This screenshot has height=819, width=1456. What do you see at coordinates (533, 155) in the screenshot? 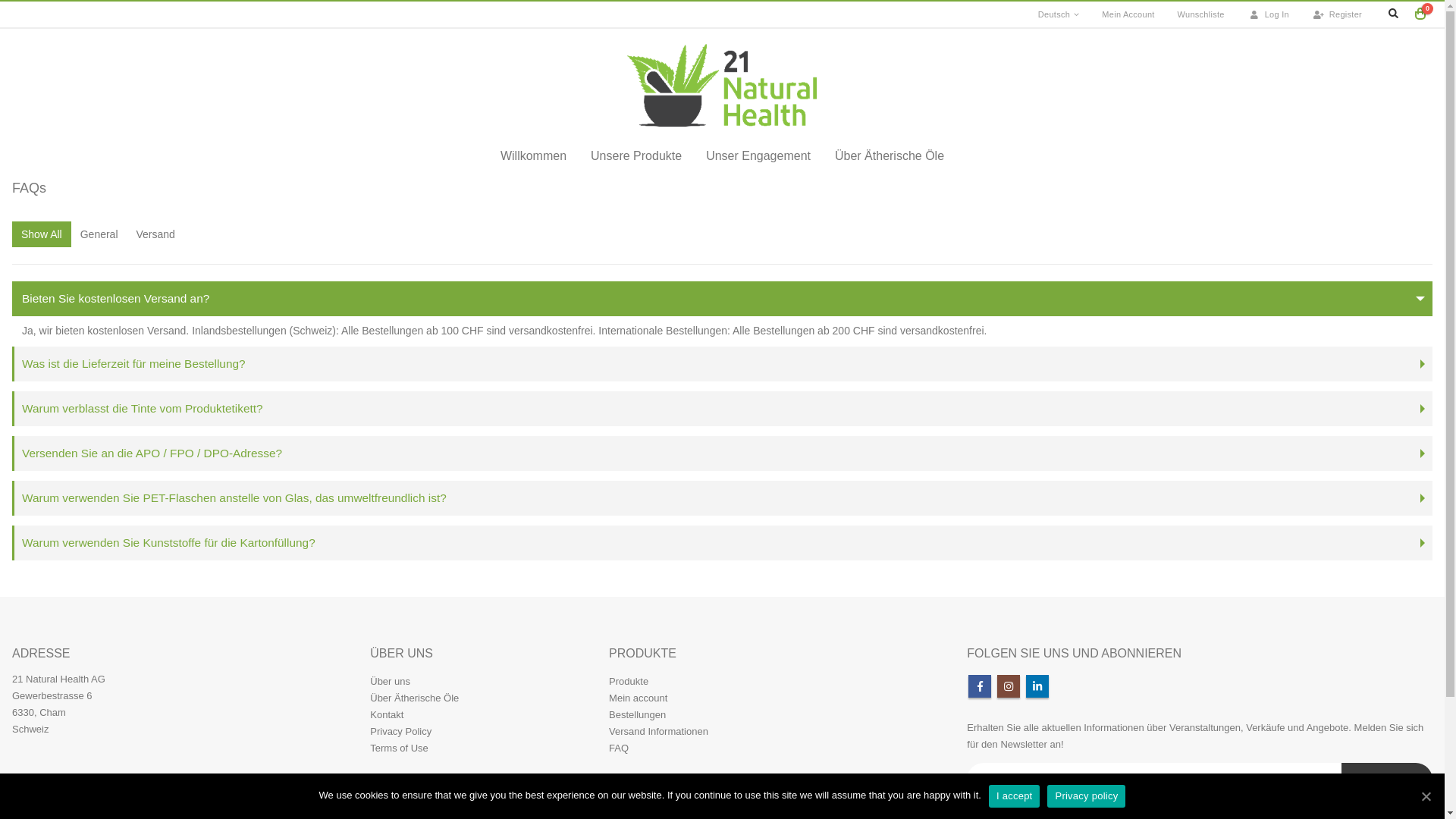
I see `'Willkommen'` at bounding box center [533, 155].